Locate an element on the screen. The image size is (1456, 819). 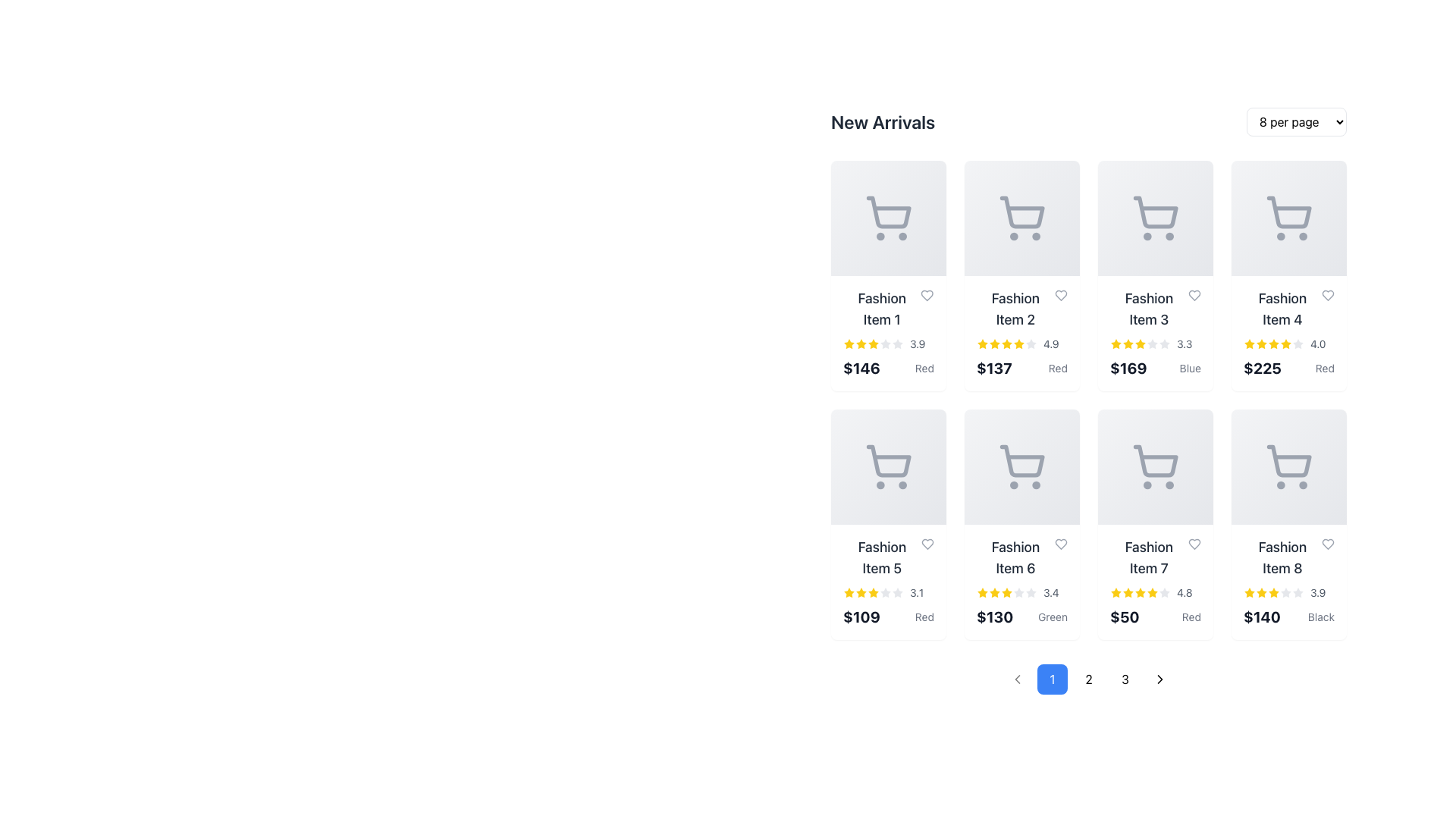
the shopping cart icon in the top right corner of the product card for information is located at coordinates (1288, 218).